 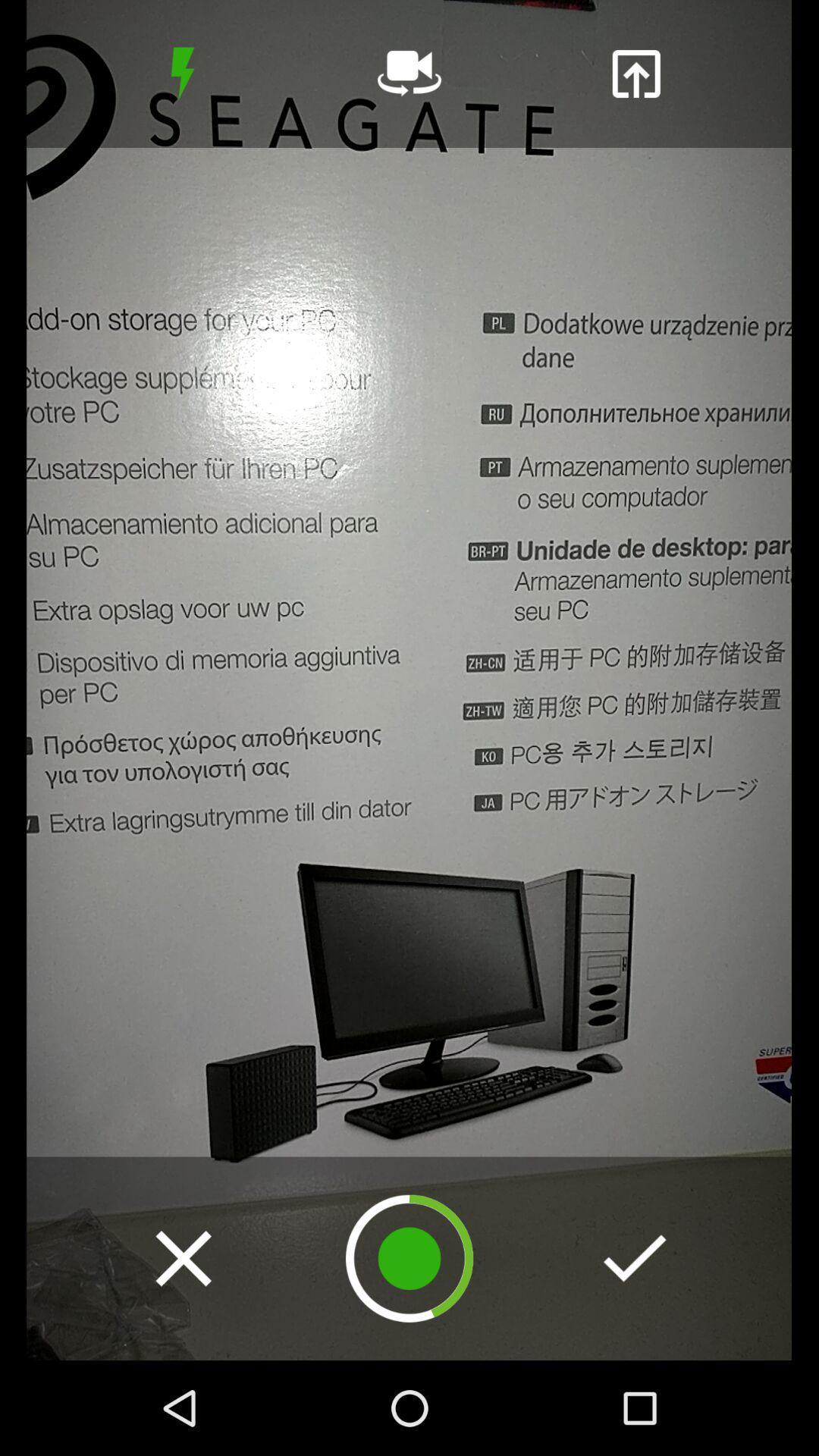 What do you see at coordinates (635, 73) in the screenshot?
I see `share the image` at bounding box center [635, 73].